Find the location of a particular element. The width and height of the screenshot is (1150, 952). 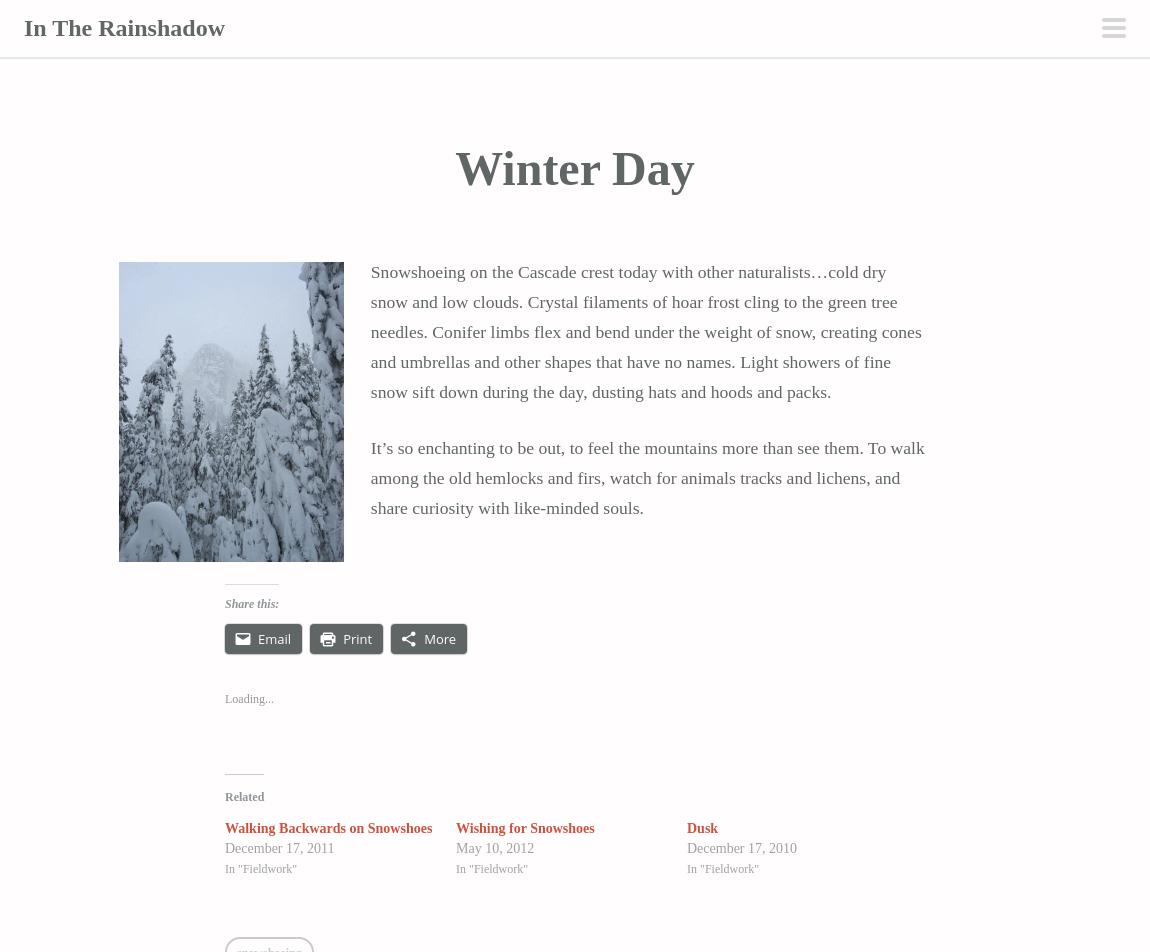

'Share this:' is located at coordinates (250, 604).